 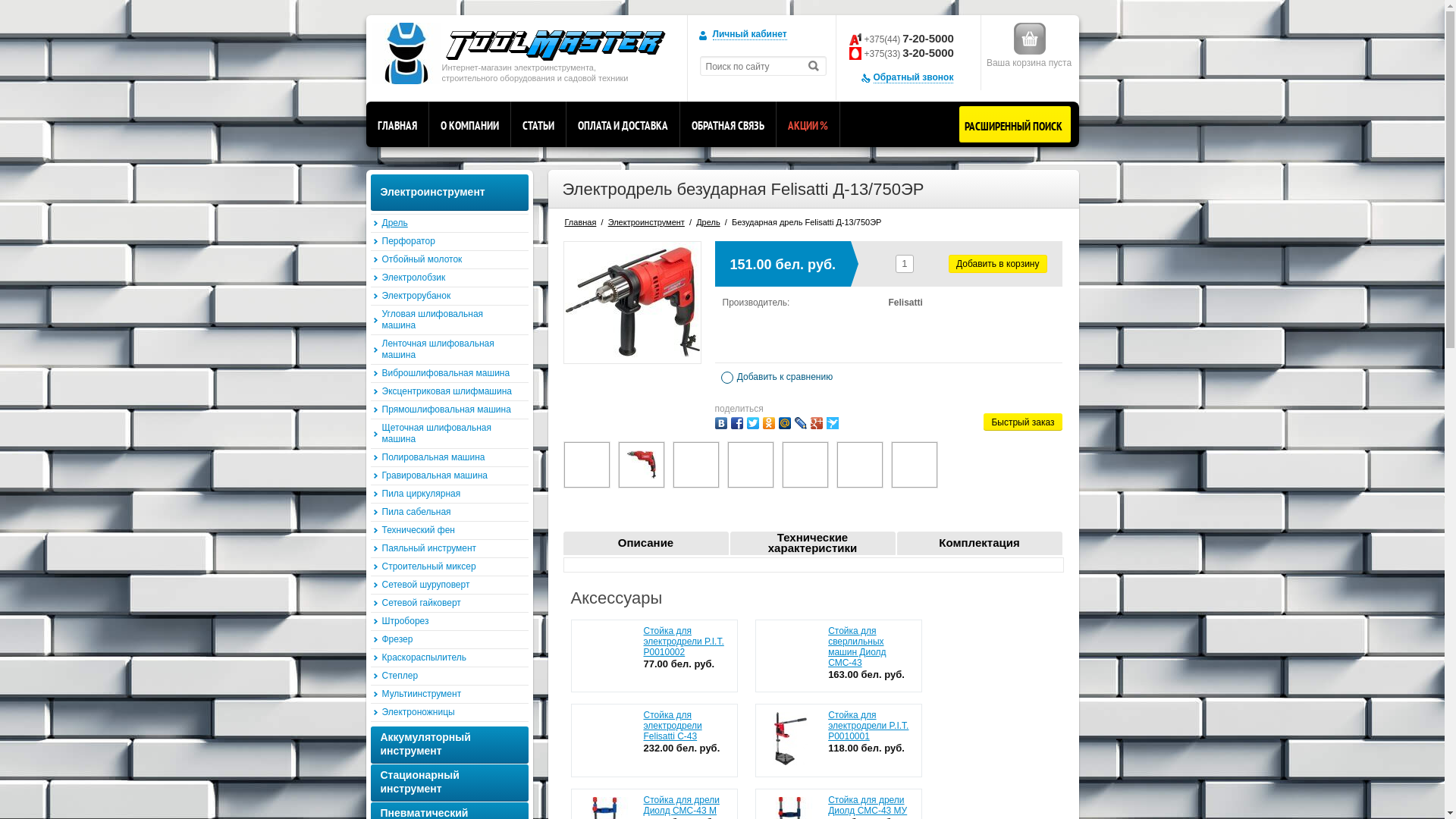 What do you see at coordinates (909, 52) in the screenshot?
I see `'+375(33)3-20-5000'` at bounding box center [909, 52].